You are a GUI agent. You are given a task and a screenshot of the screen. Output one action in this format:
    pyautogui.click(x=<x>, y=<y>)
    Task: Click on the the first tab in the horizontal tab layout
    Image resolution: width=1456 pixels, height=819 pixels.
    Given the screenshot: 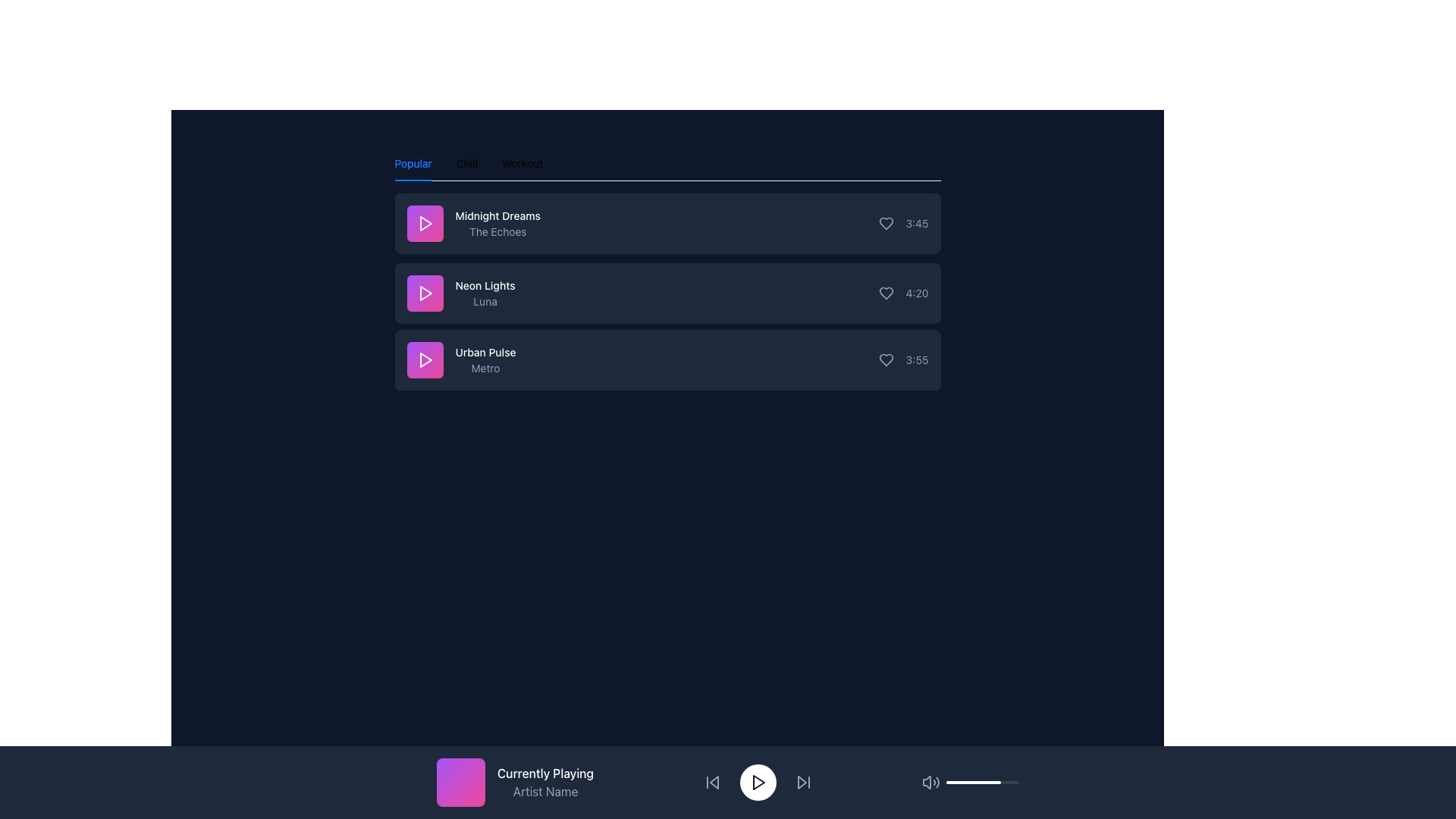 What is the action you would take?
    pyautogui.click(x=413, y=164)
    